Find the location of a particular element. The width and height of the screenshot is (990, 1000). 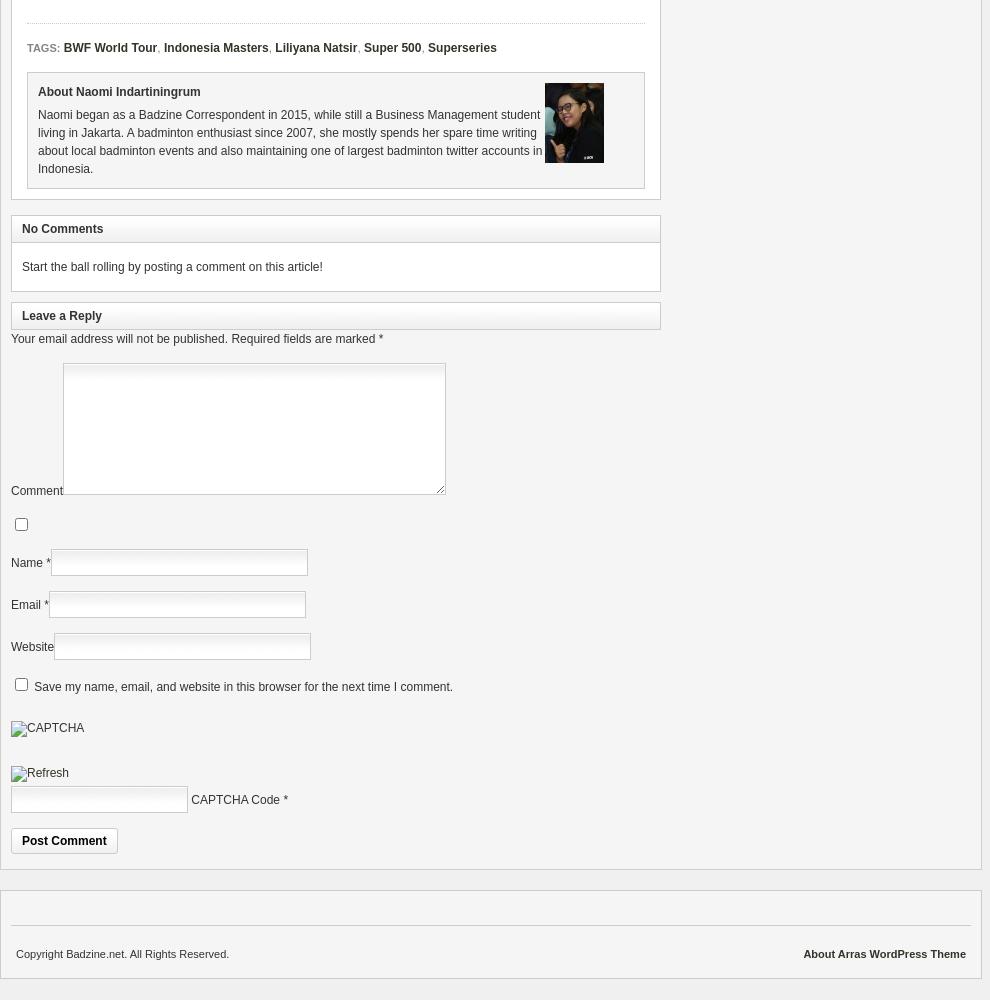

'Indonesia Masters' is located at coordinates (162, 48).